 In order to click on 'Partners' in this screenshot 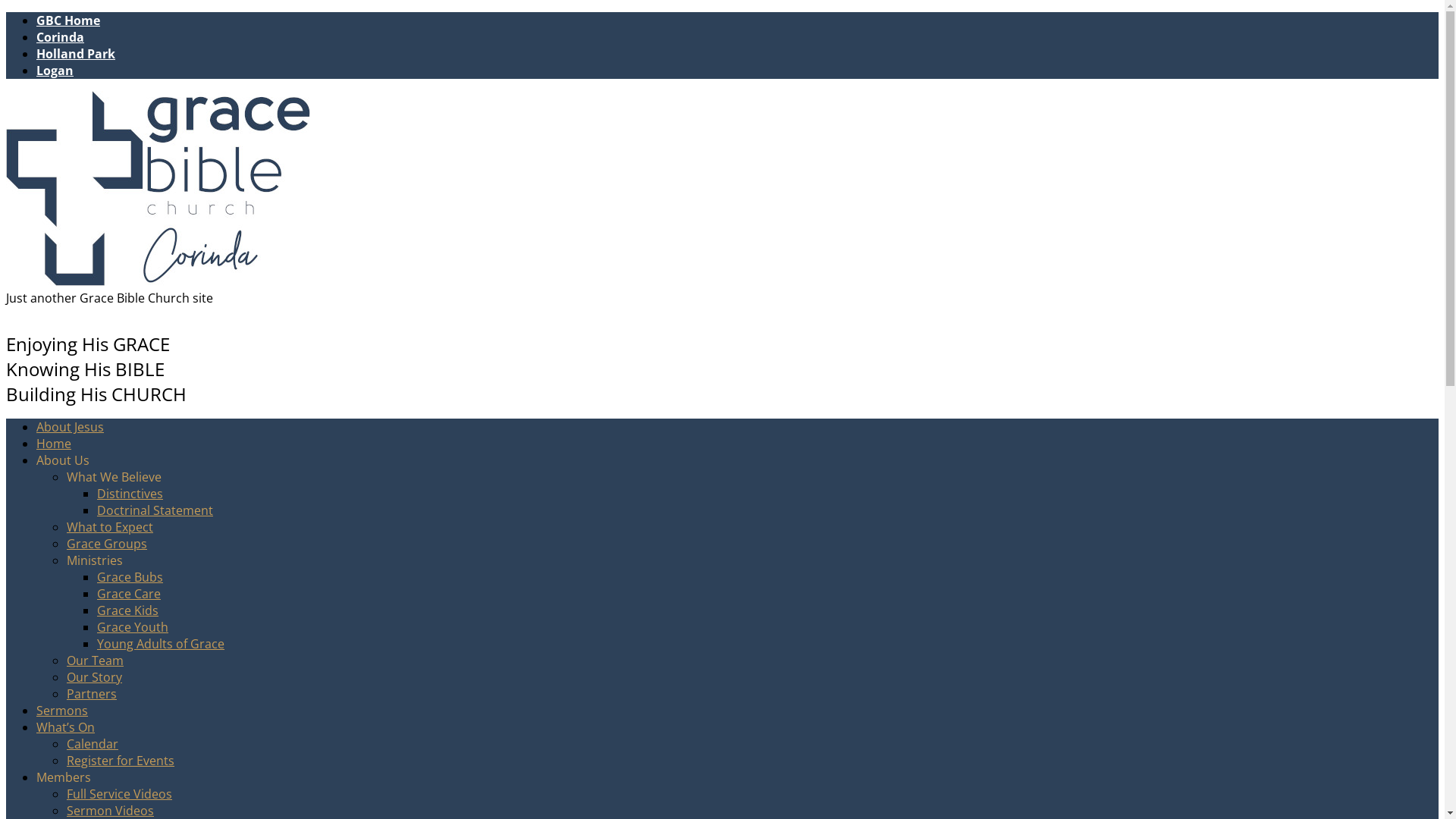, I will do `click(90, 693)`.